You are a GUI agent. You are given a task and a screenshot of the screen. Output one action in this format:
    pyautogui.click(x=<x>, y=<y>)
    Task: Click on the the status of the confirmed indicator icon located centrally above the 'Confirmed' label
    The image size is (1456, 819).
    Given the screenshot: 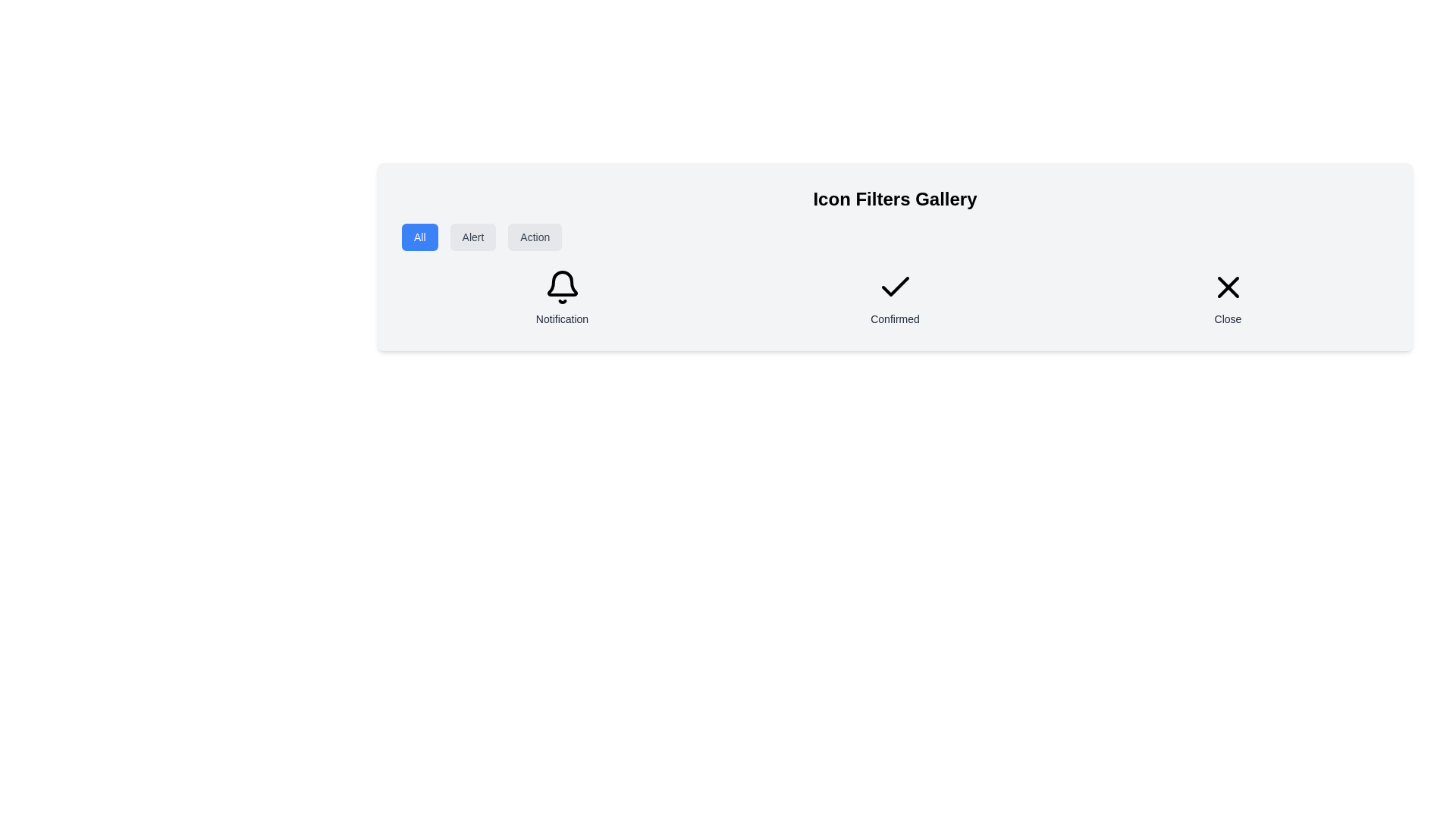 What is the action you would take?
    pyautogui.click(x=895, y=287)
    